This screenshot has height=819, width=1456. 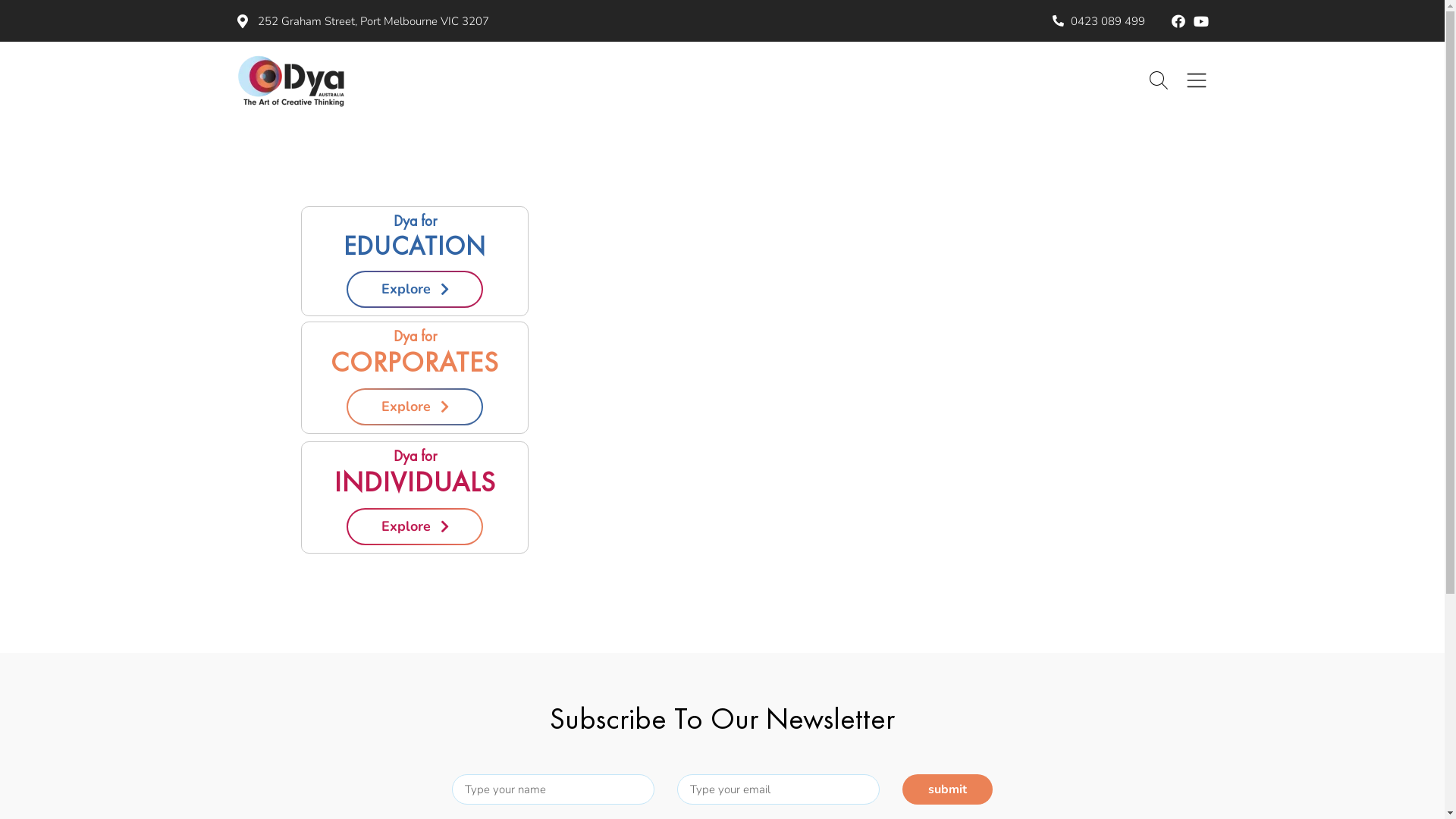 What do you see at coordinates (1099, 21) in the screenshot?
I see `'0423 089 499'` at bounding box center [1099, 21].